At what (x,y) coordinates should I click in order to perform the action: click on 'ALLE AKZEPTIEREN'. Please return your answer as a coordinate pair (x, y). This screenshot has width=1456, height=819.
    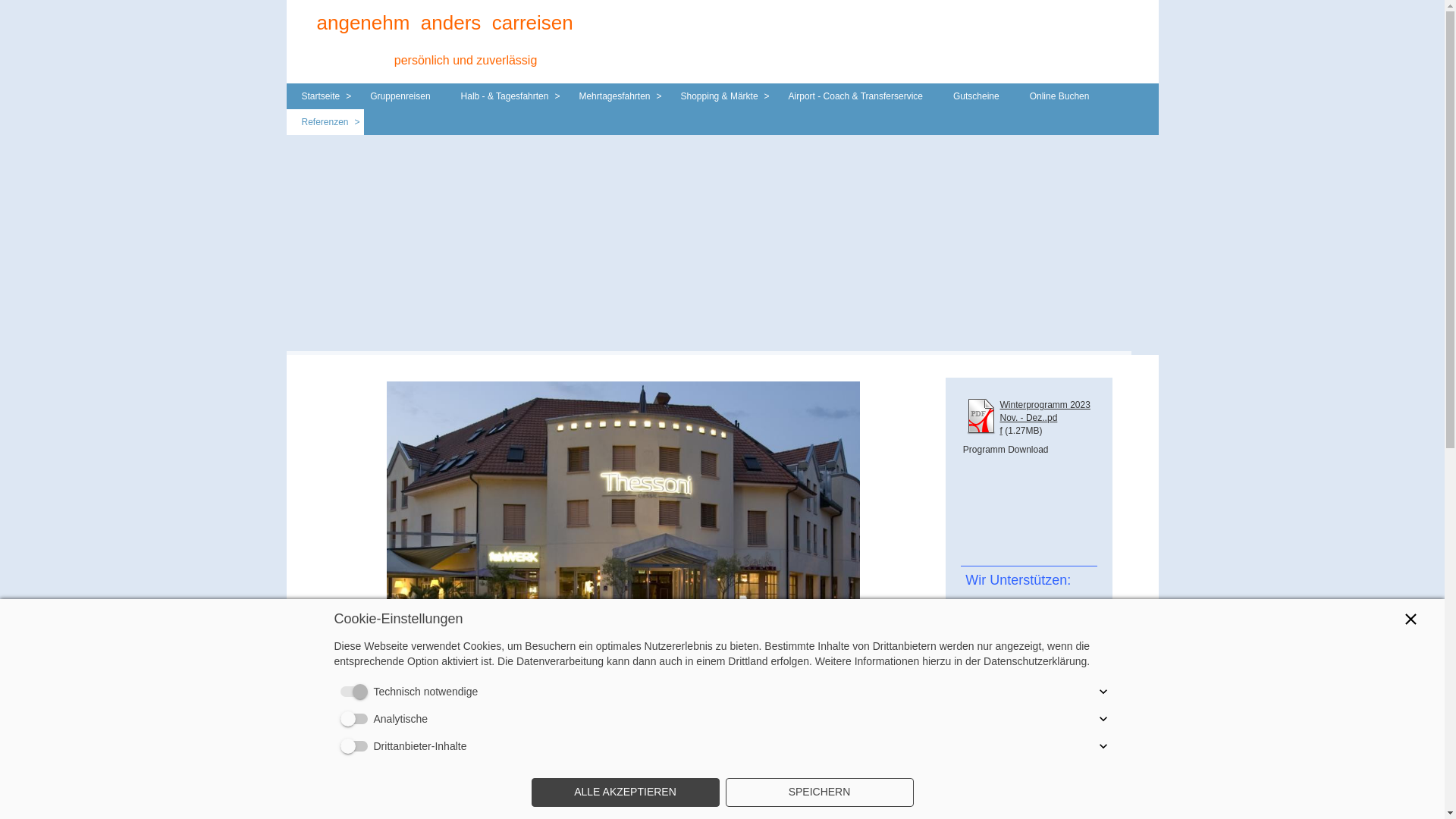
    Looking at the image, I should click on (625, 792).